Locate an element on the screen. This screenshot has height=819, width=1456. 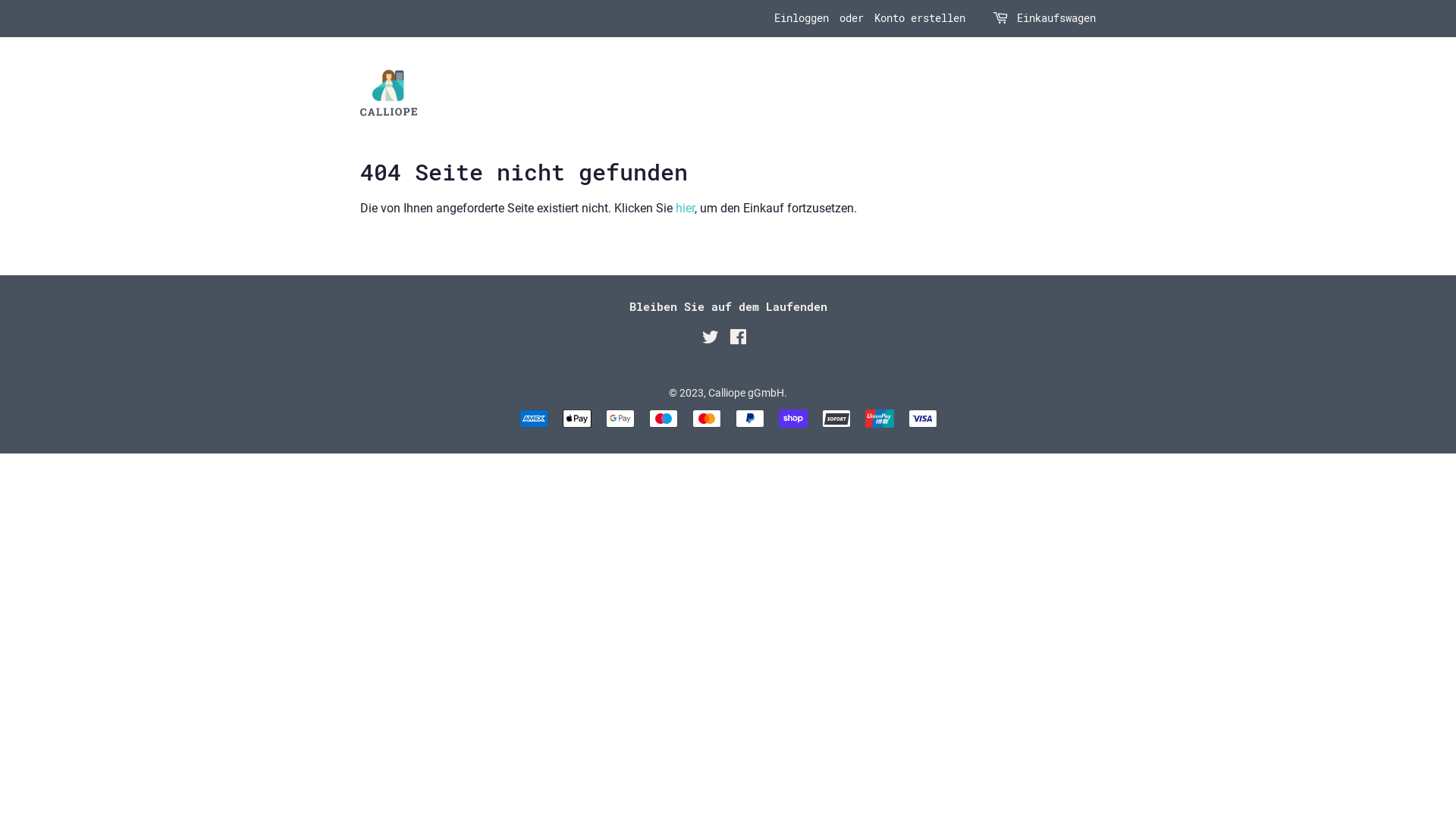
'Calliope gGmbH' is located at coordinates (745, 391).